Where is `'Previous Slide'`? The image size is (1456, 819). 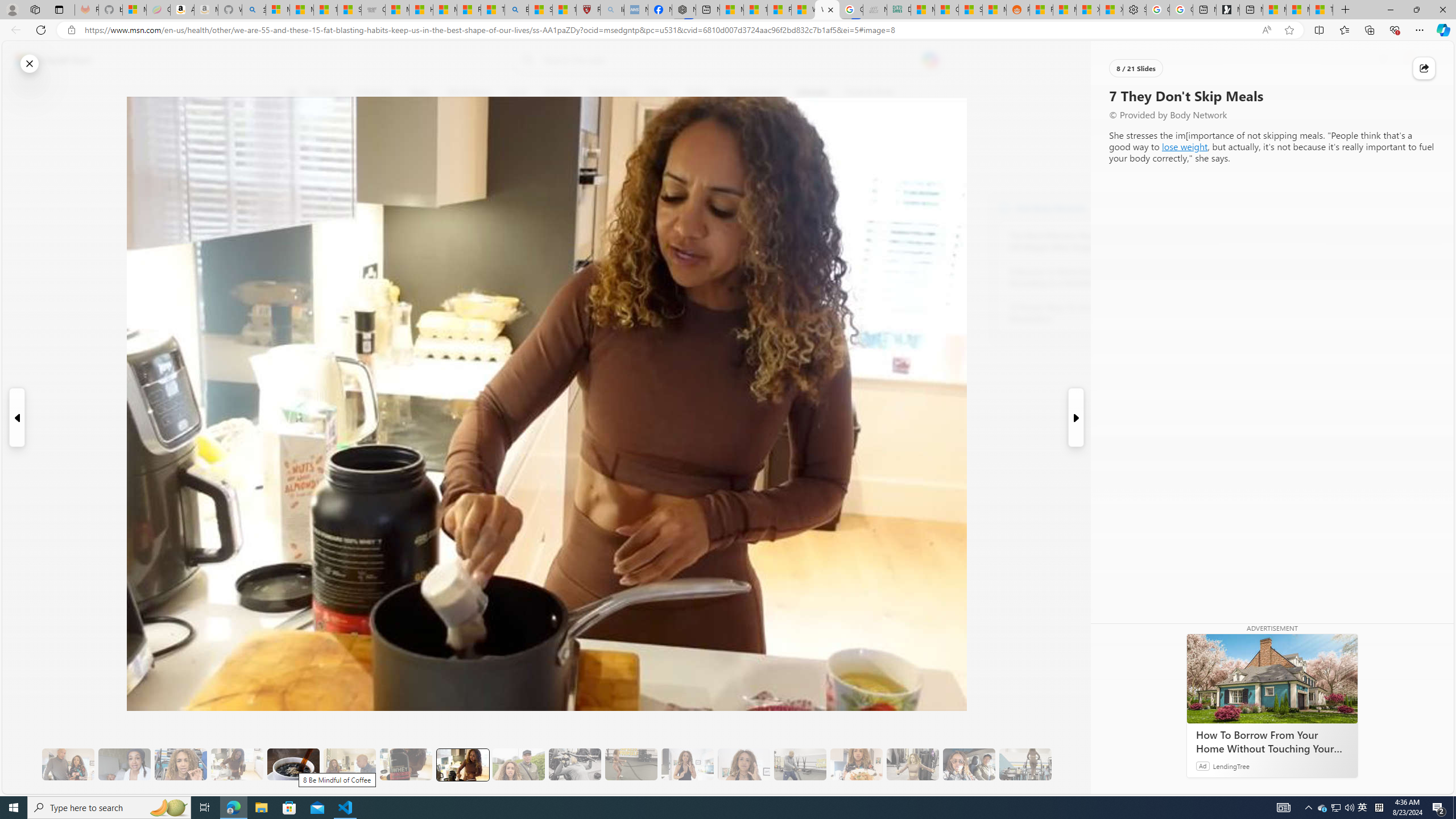 'Previous Slide' is located at coordinates (16, 417).